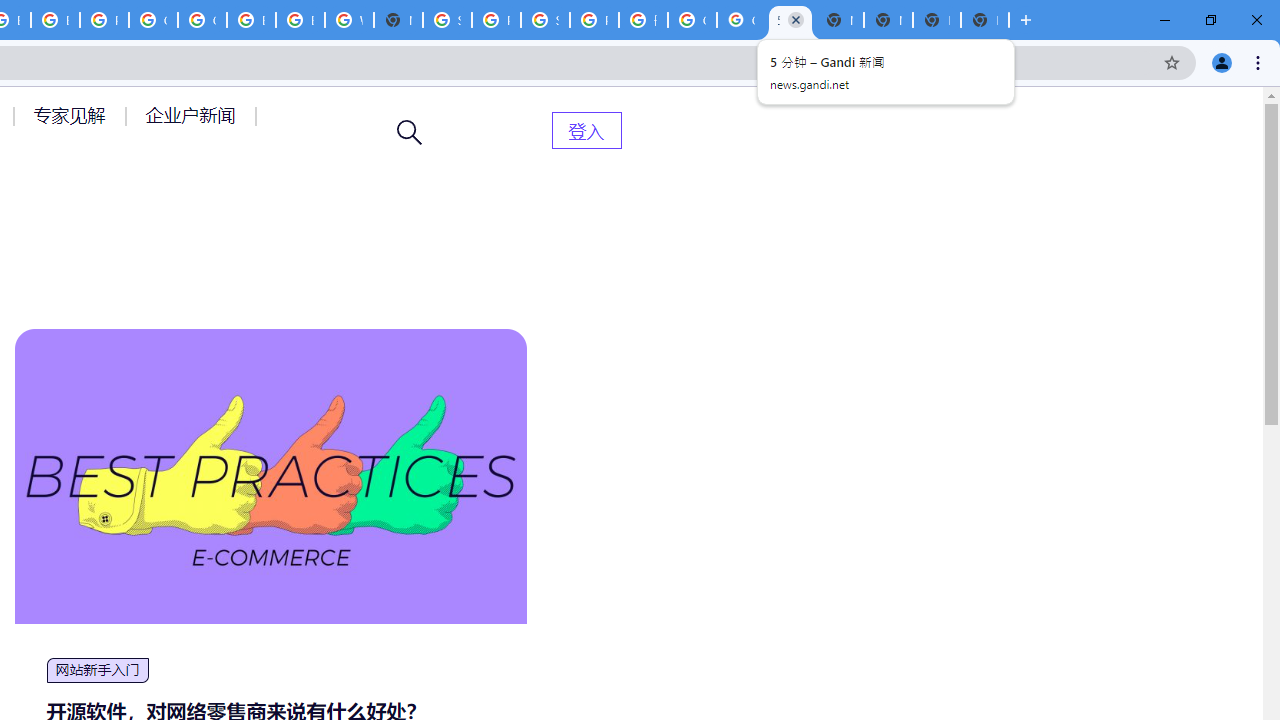  Describe the element at coordinates (409, 132) in the screenshot. I see `'Open search form'` at that location.